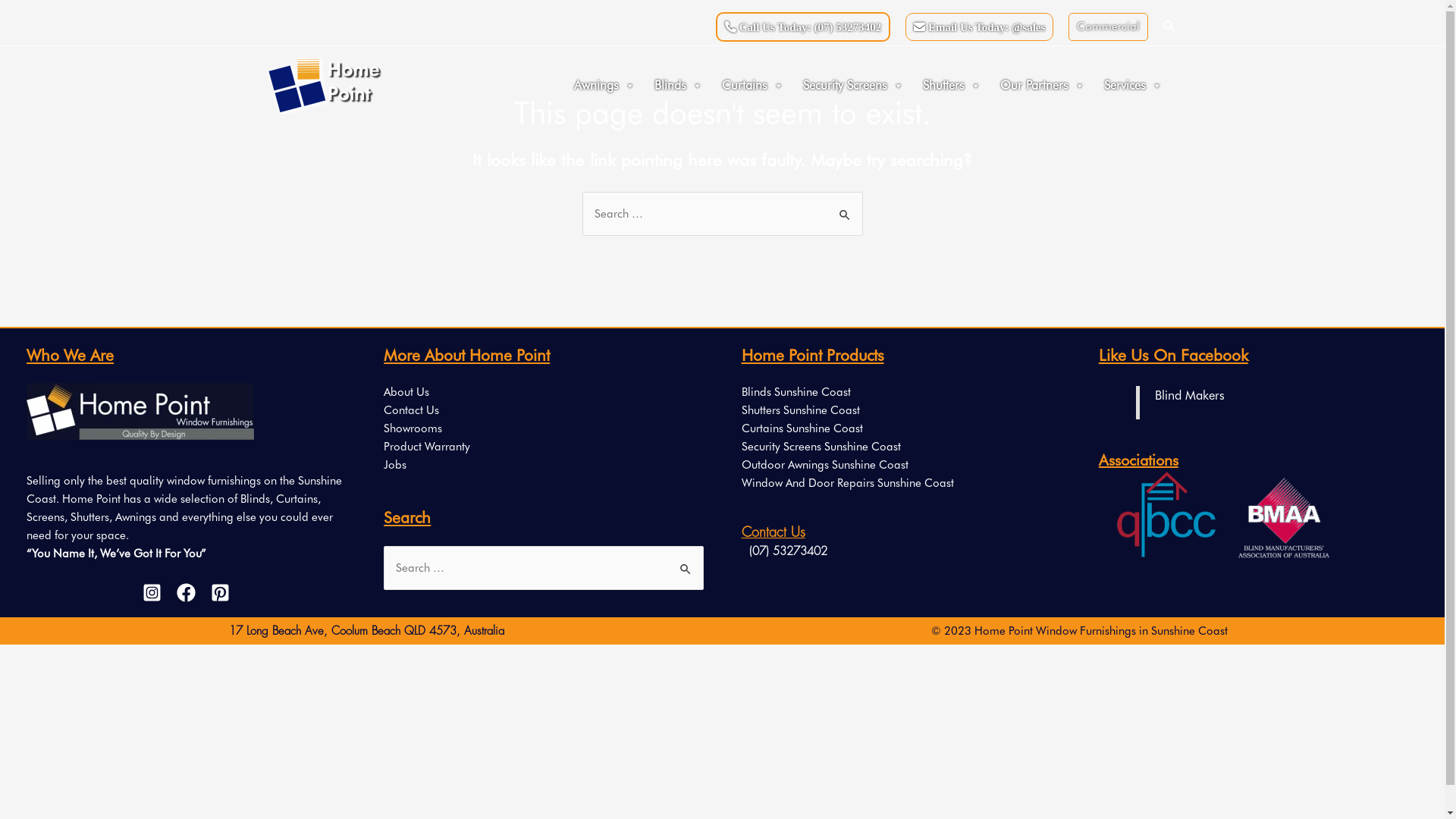  I want to click on 'Product Warranty', so click(425, 446).